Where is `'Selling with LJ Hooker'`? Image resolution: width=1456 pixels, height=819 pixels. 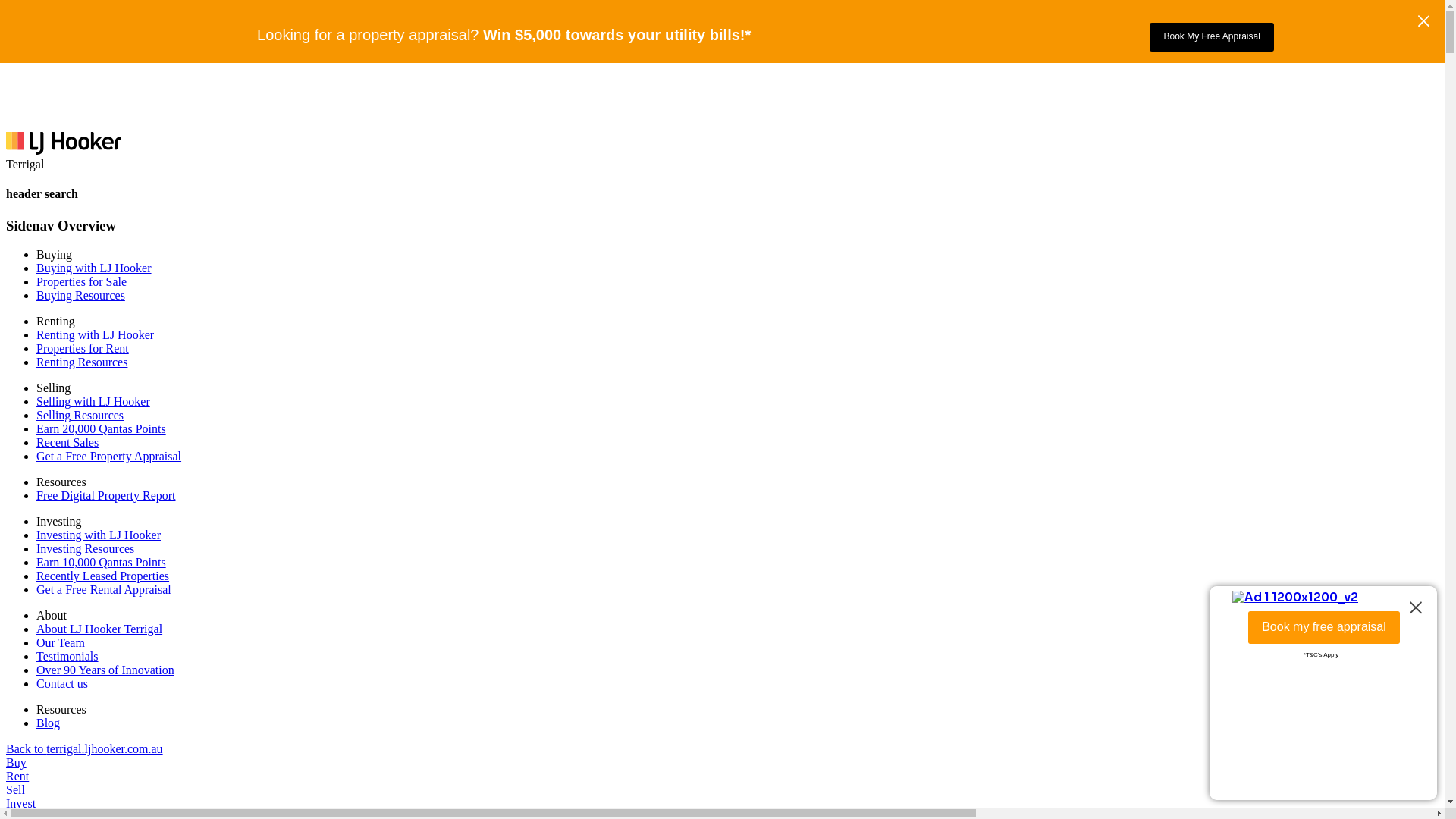 'Selling with LJ Hooker' is located at coordinates (93, 400).